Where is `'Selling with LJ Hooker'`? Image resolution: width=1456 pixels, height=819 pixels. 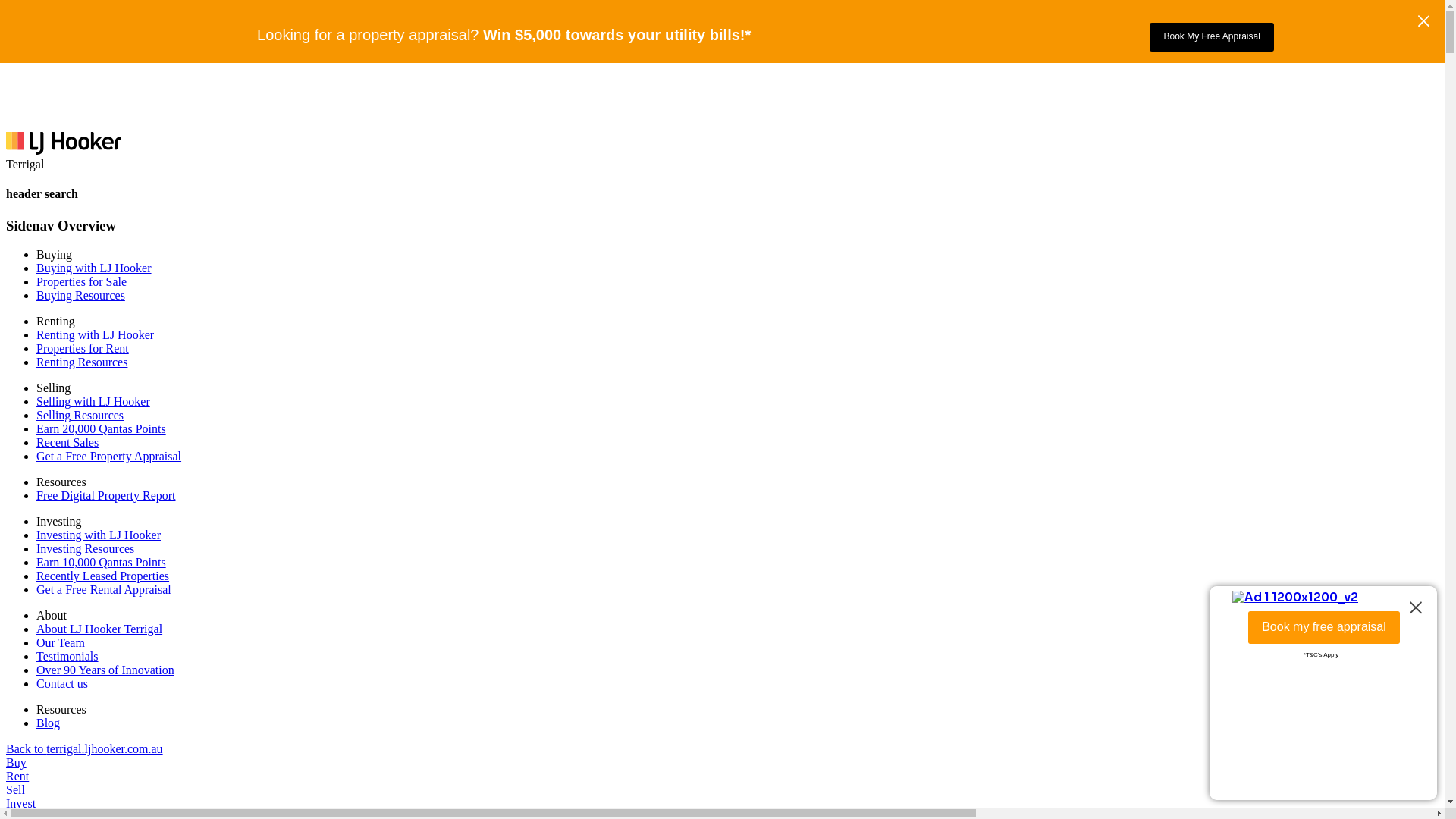 'Selling with LJ Hooker' is located at coordinates (93, 400).